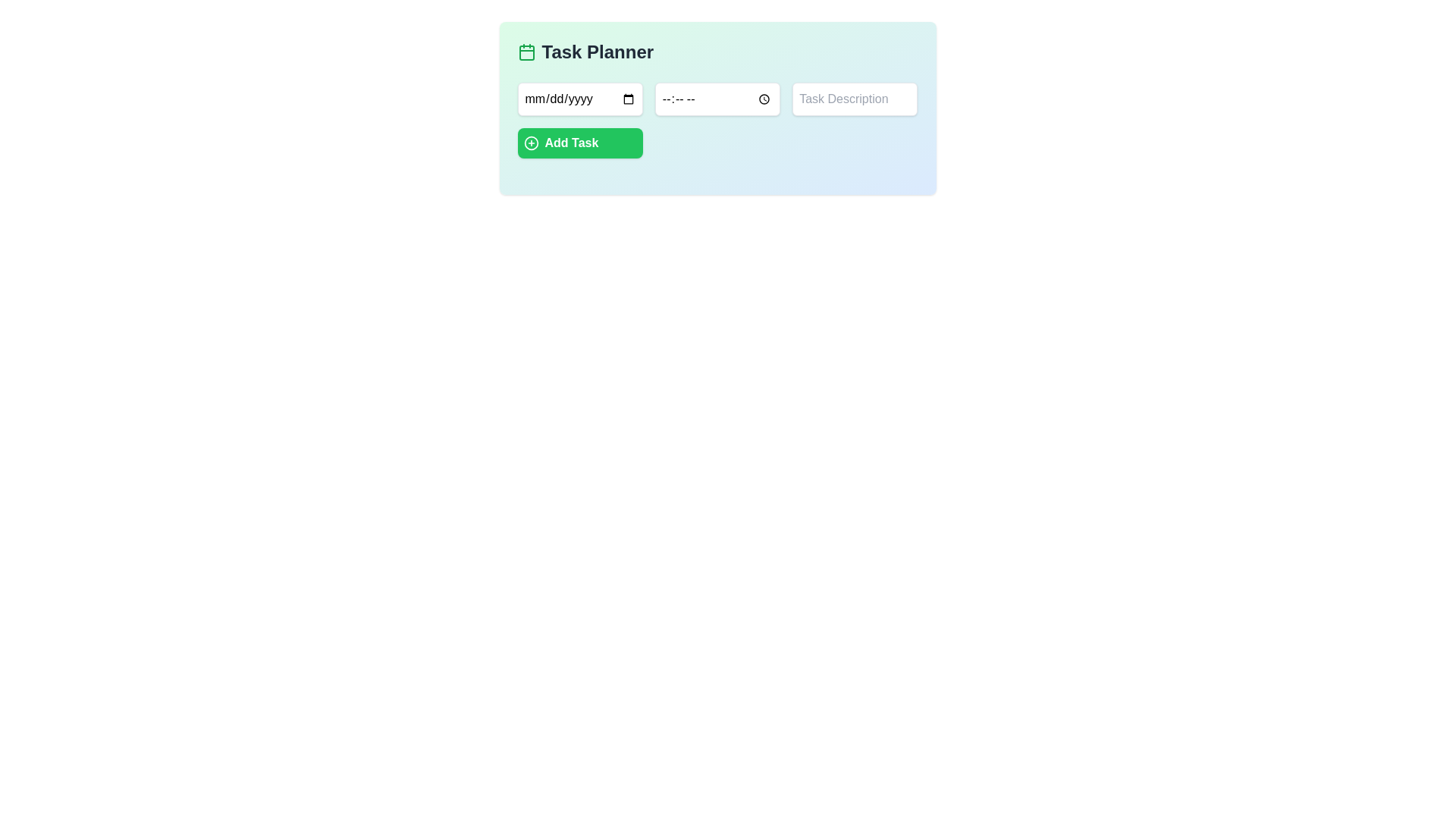 This screenshot has height=819, width=1456. I want to click on the calendar icon located to the left of the 'Task Planner' text in the UI, so click(526, 52).